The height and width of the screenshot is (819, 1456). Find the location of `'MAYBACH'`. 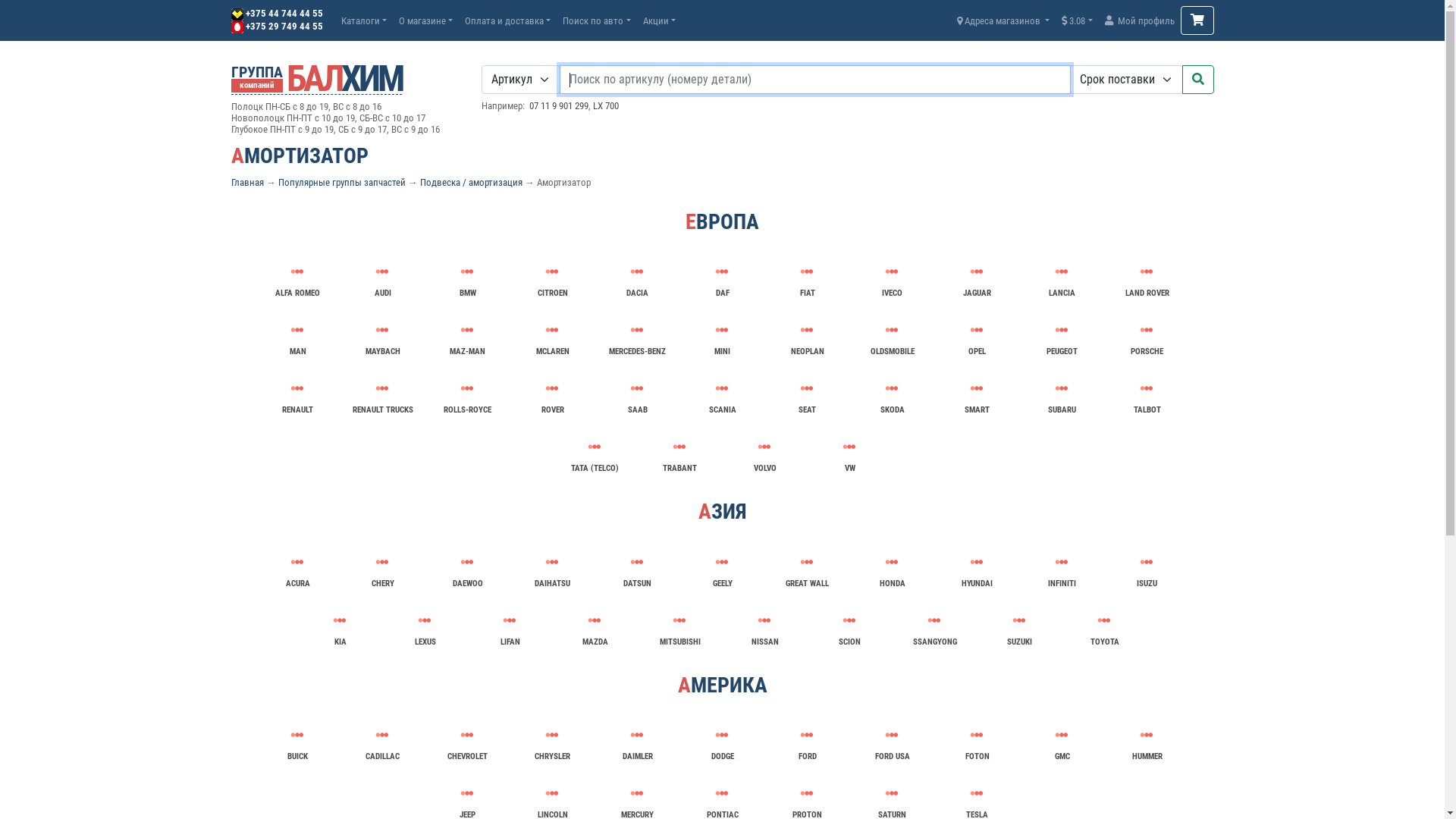

'MAYBACH' is located at coordinates (382, 329).